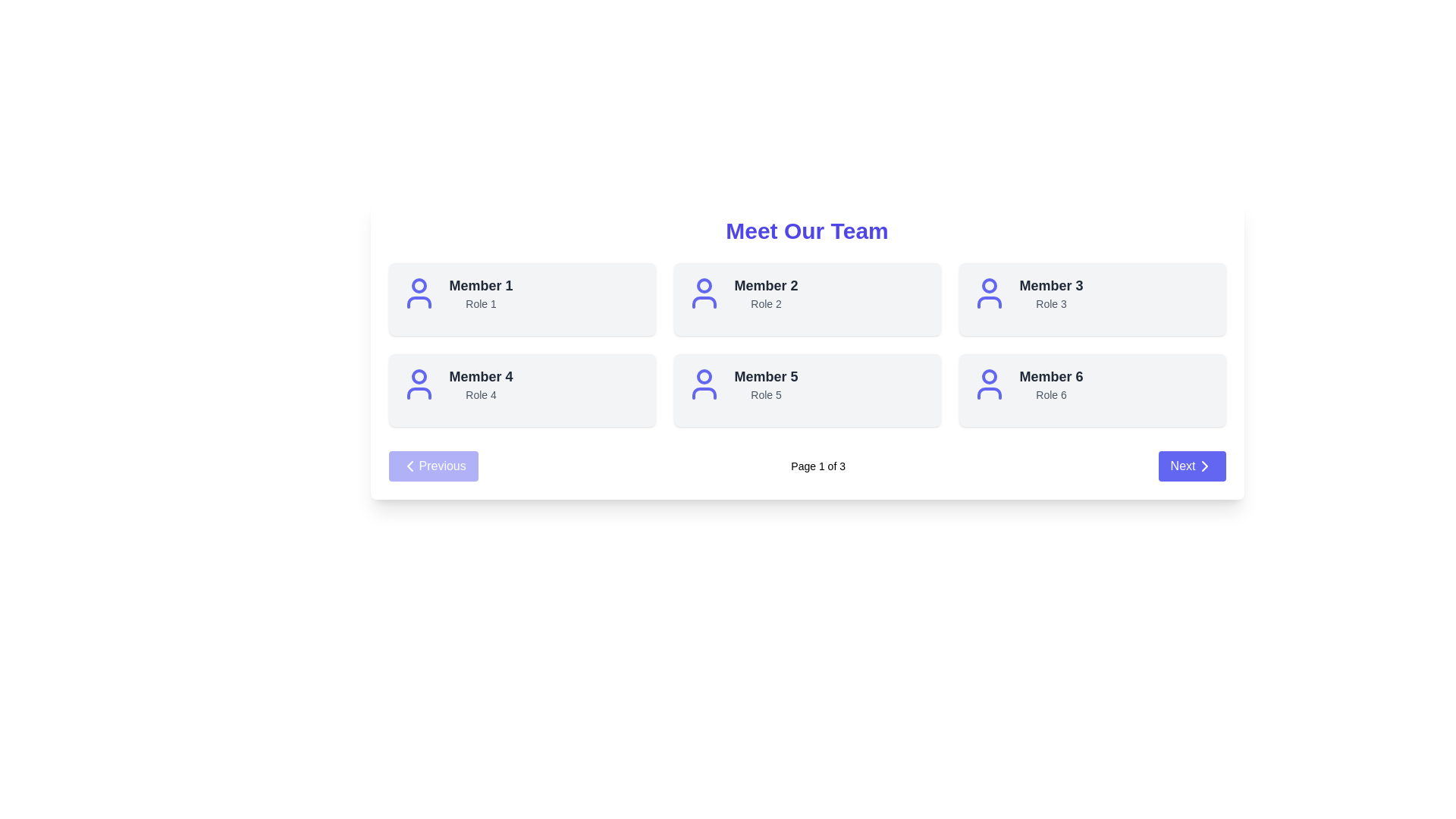  What do you see at coordinates (432, 465) in the screenshot?
I see `the 'Previous' button, which is a rectangular button with a light blue background and contains the label 'Previous' in white text with a left-pointing arrow icon` at bounding box center [432, 465].